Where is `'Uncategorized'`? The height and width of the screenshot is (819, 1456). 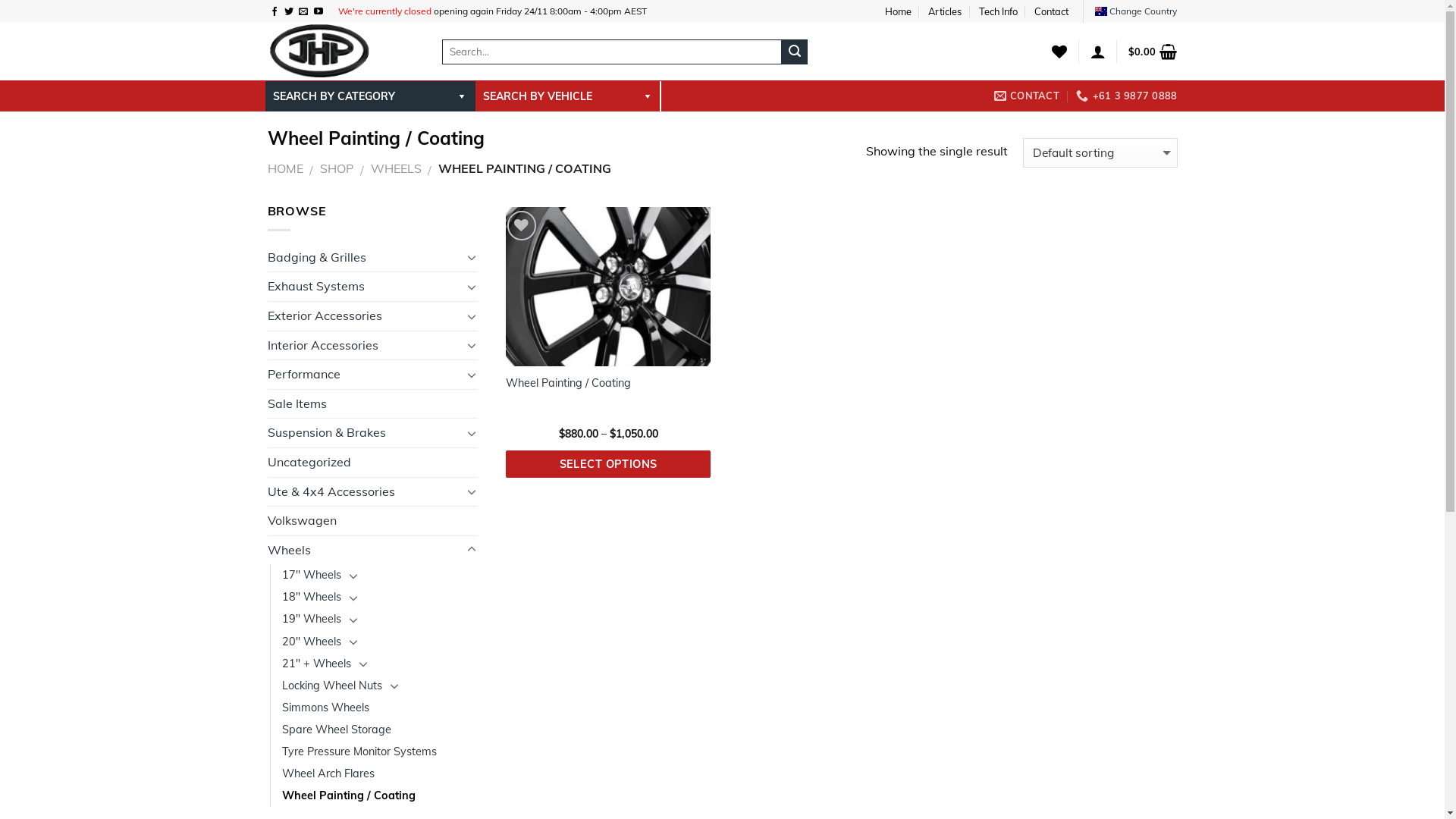
'Uncategorized' is located at coordinates (372, 461).